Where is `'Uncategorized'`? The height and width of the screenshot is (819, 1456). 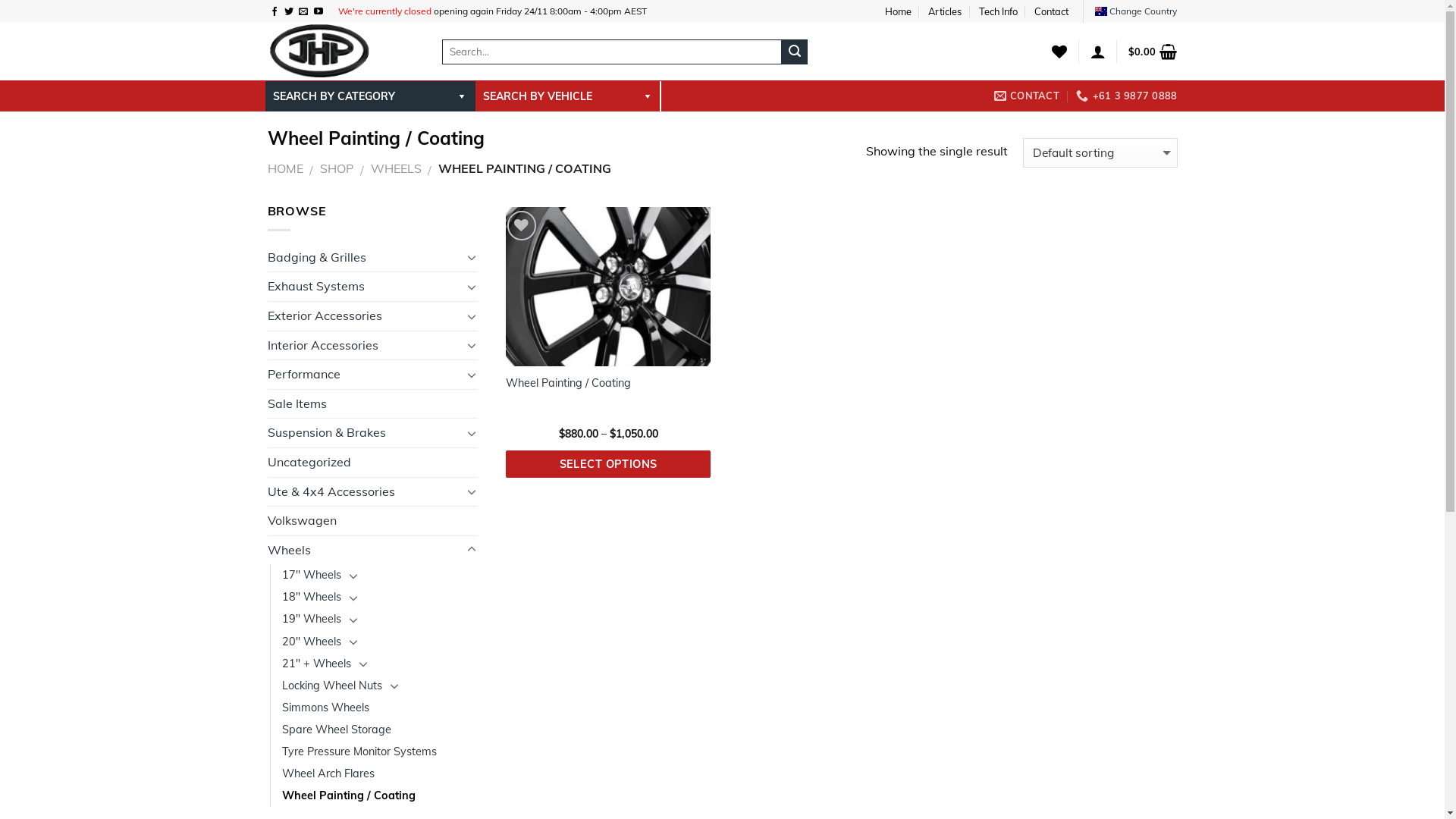
'Uncategorized' is located at coordinates (372, 461).